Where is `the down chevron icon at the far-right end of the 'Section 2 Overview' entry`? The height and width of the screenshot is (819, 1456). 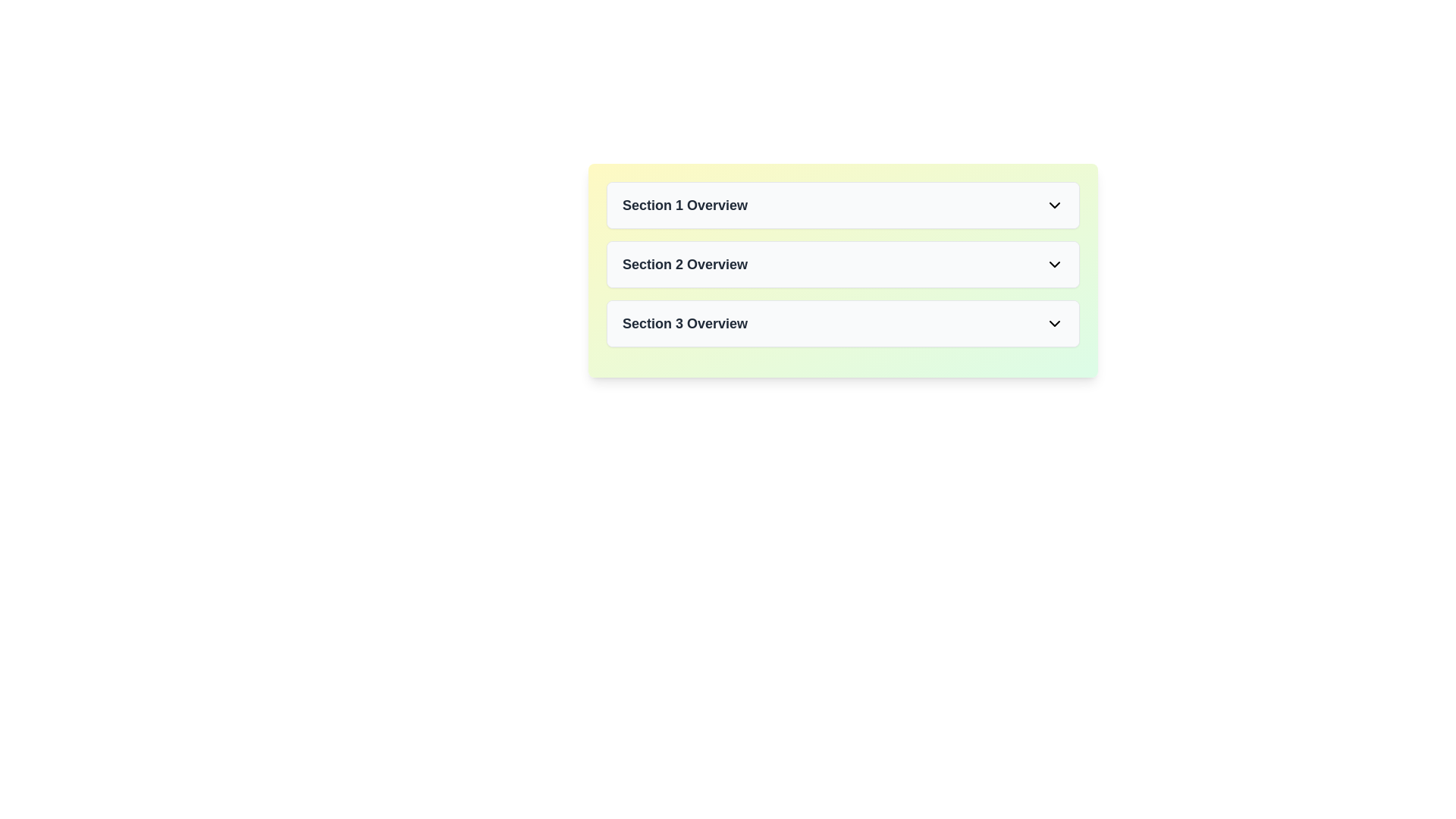 the down chevron icon at the far-right end of the 'Section 2 Overview' entry is located at coordinates (1054, 263).